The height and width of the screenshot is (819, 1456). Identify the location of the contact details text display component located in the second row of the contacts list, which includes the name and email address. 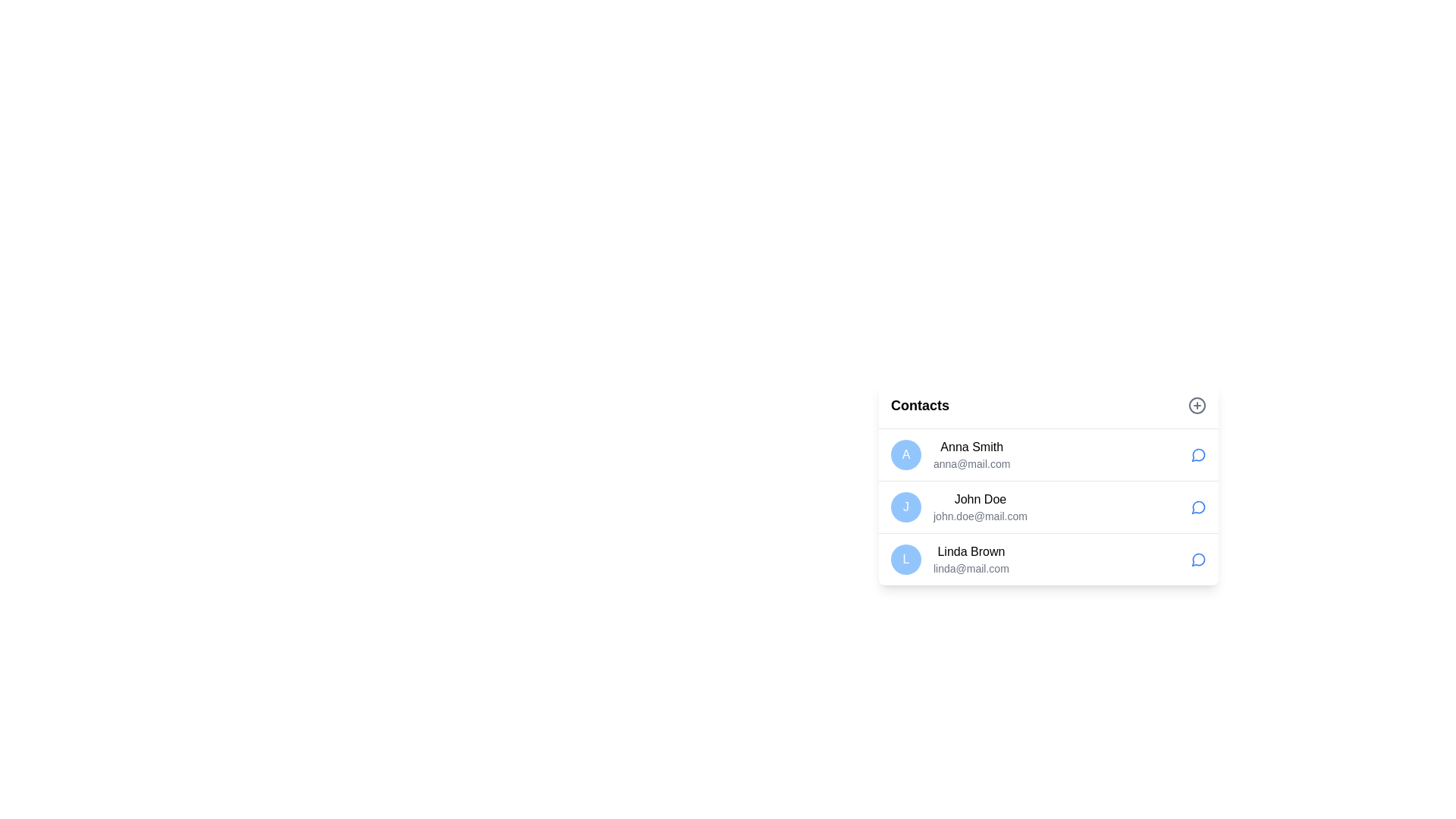
(980, 507).